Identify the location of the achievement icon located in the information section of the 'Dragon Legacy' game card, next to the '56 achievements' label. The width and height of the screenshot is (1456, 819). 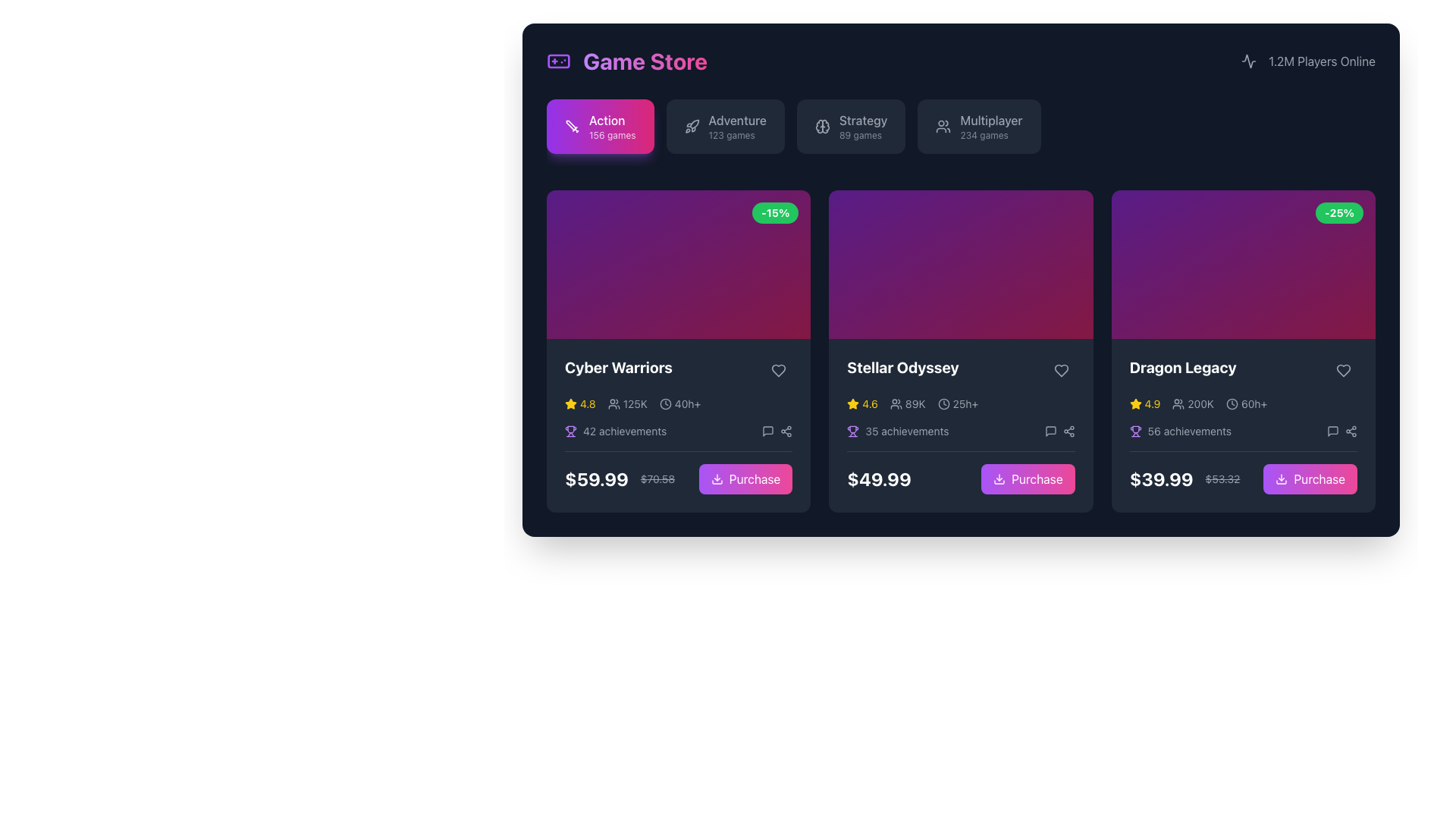
(1135, 431).